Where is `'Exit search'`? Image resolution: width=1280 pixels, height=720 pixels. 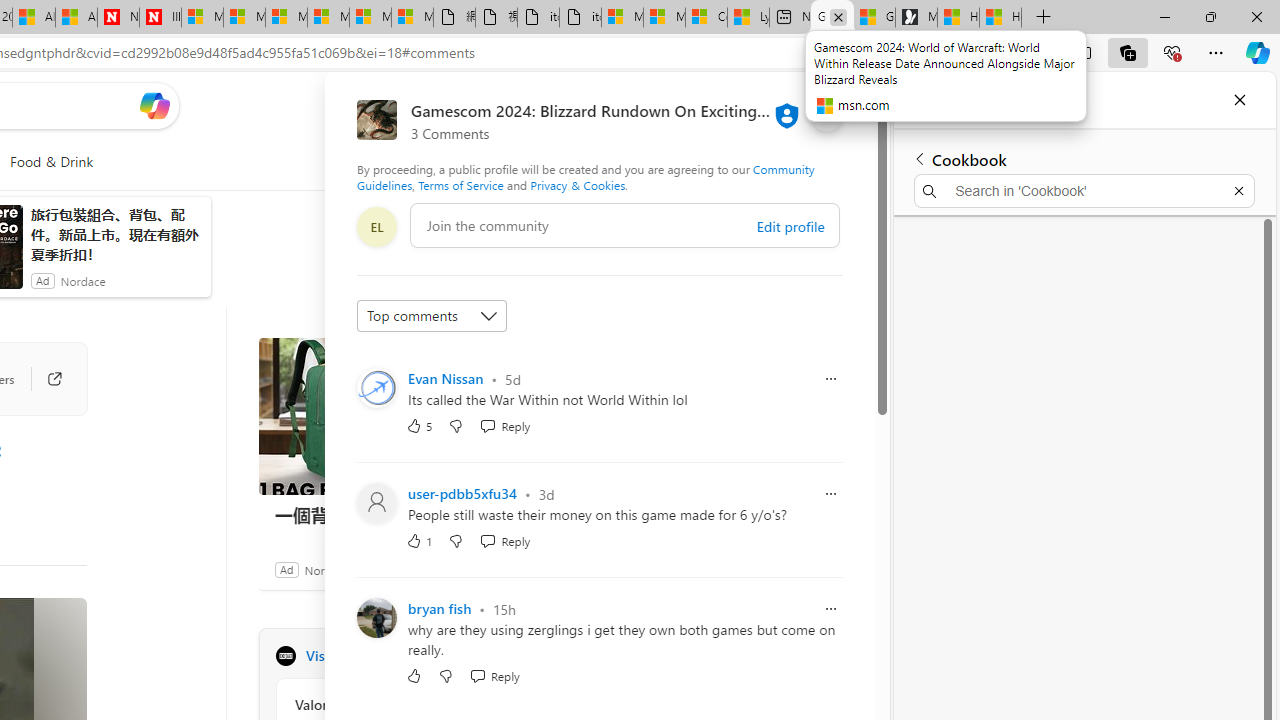 'Exit search' is located at coordinates (1238, 191).